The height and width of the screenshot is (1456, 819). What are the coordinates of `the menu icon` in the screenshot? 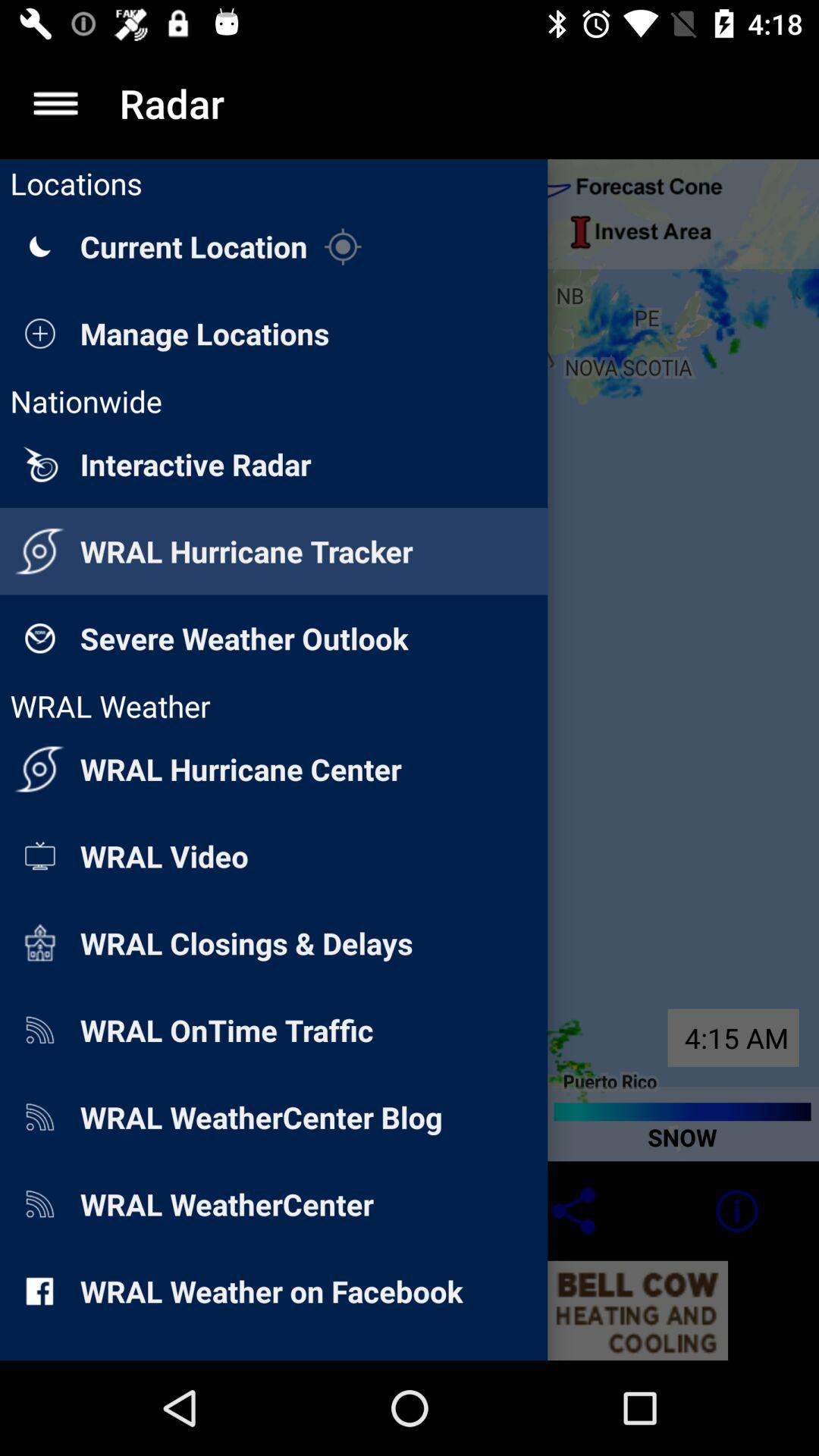 It's located at (55, 102).